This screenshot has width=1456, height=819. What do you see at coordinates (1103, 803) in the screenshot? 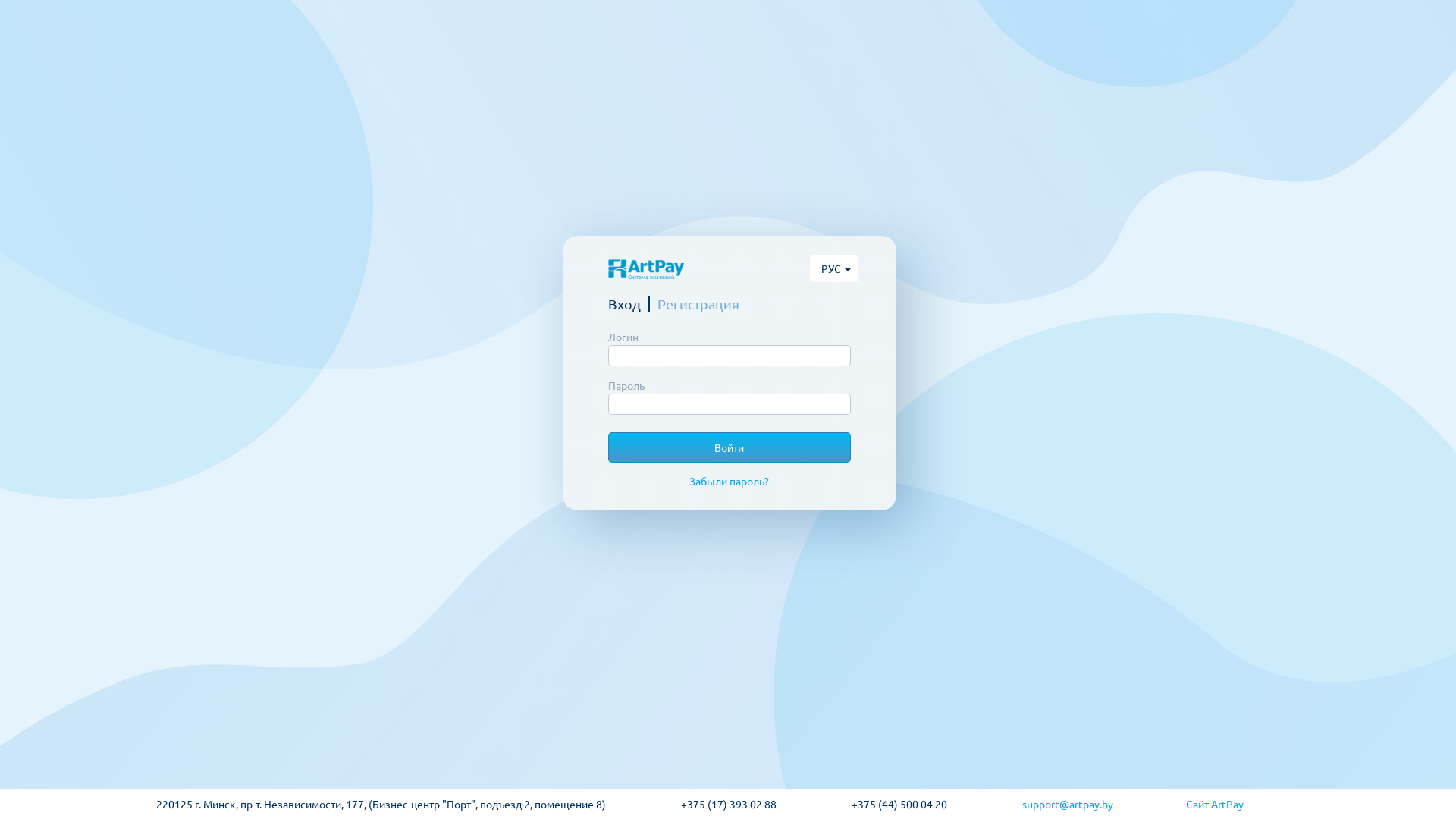
I see `'support@artpay.by'` at bounding box center [1103, 803].